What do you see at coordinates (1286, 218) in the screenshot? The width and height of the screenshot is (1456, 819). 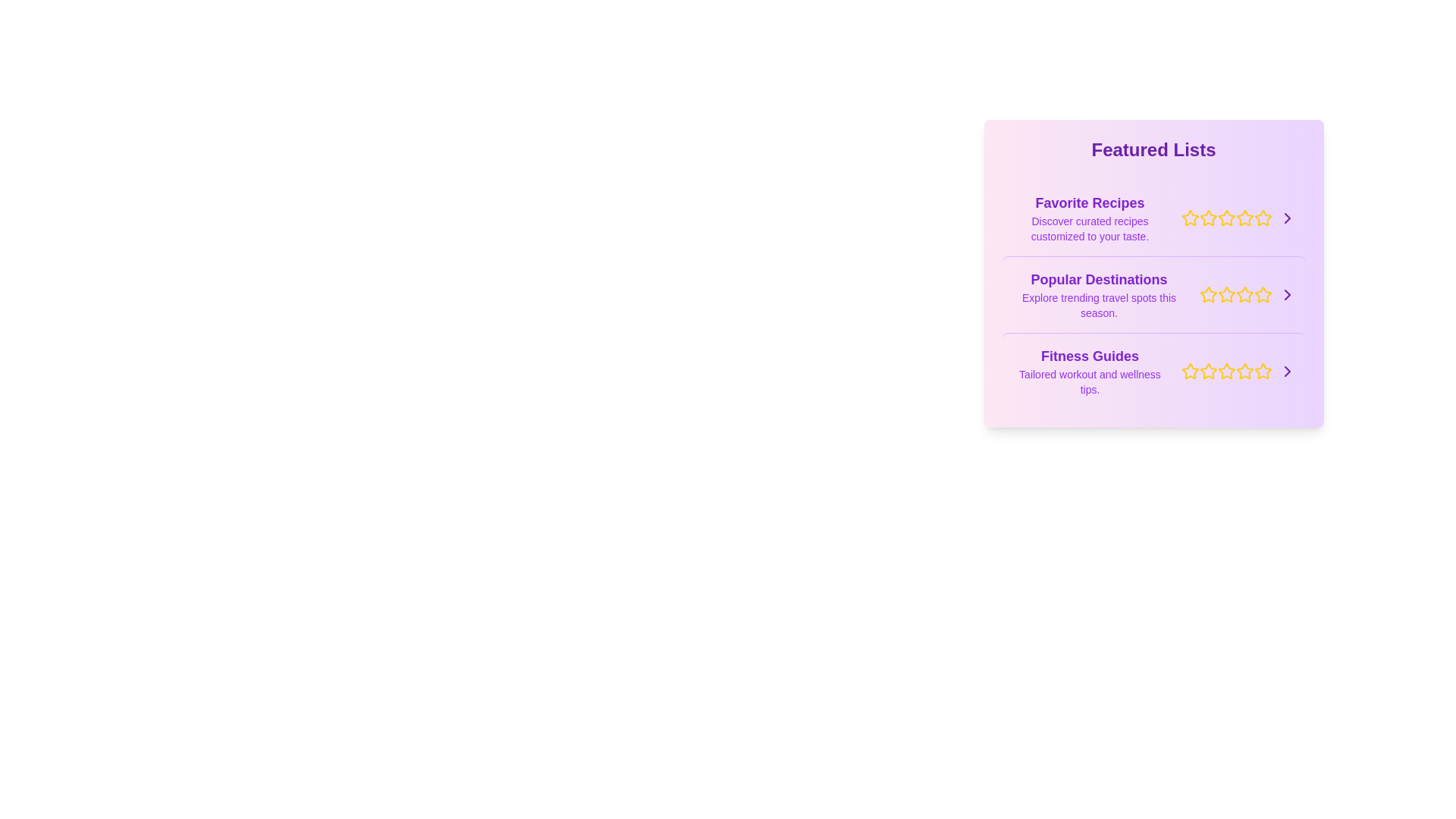 I see `the chevron icon to navigate to the detailed information of Favorite Recipes` at bounding box center [1286, 218].